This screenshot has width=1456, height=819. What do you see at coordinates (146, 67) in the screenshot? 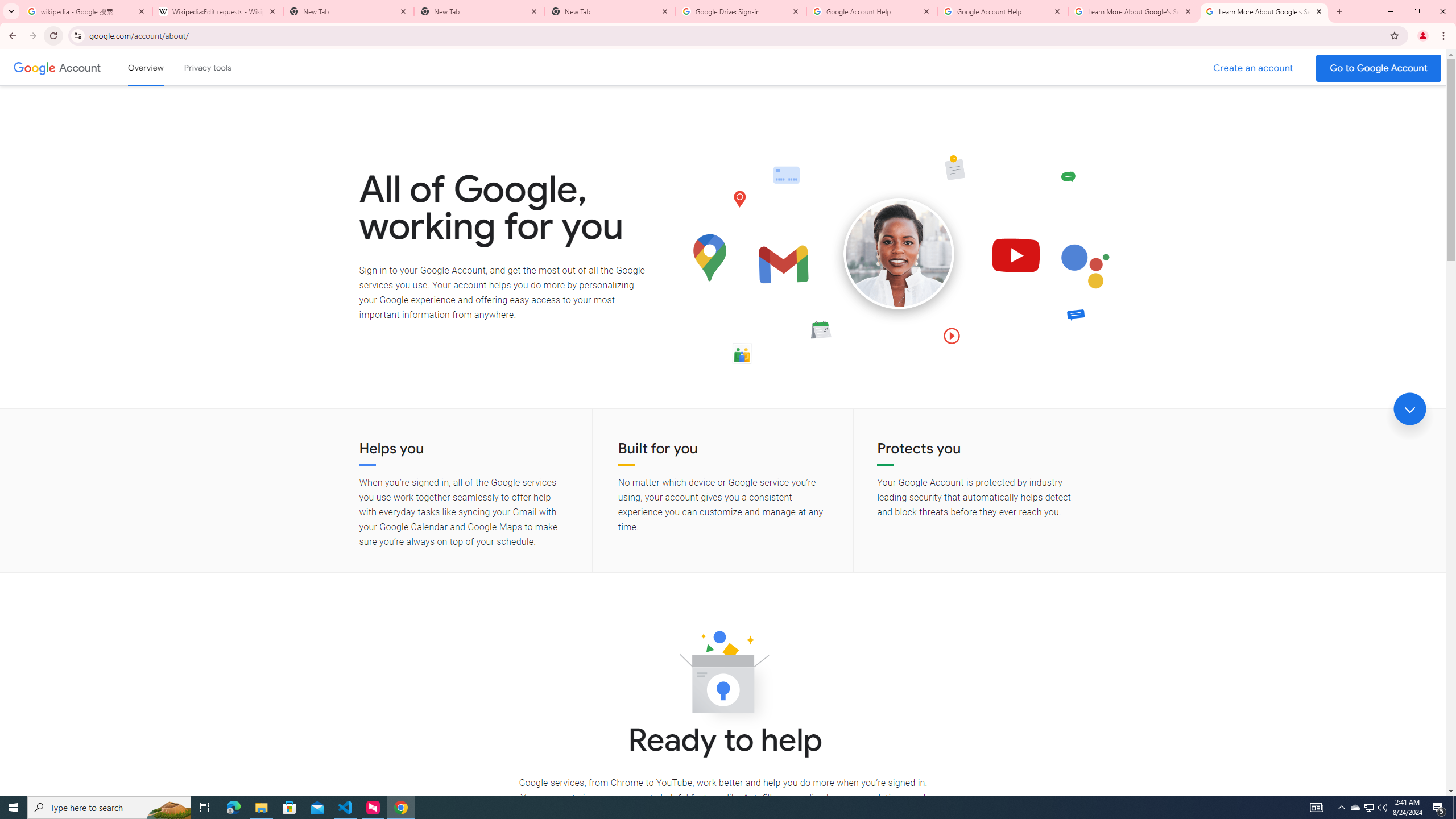
I see `'Google Account overview'` at bounding box center [146, 67].